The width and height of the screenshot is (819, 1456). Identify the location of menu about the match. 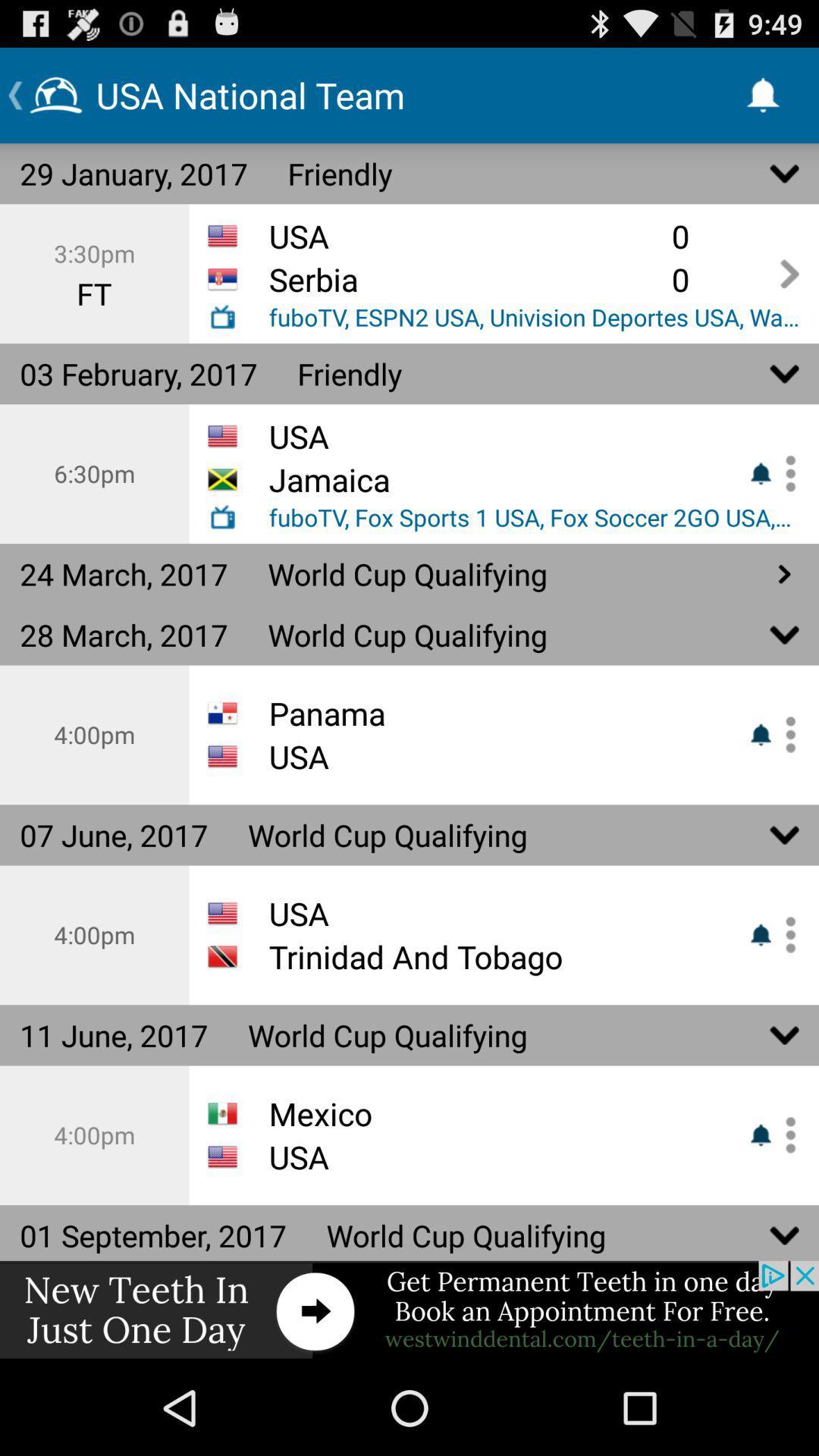
(785, 472).